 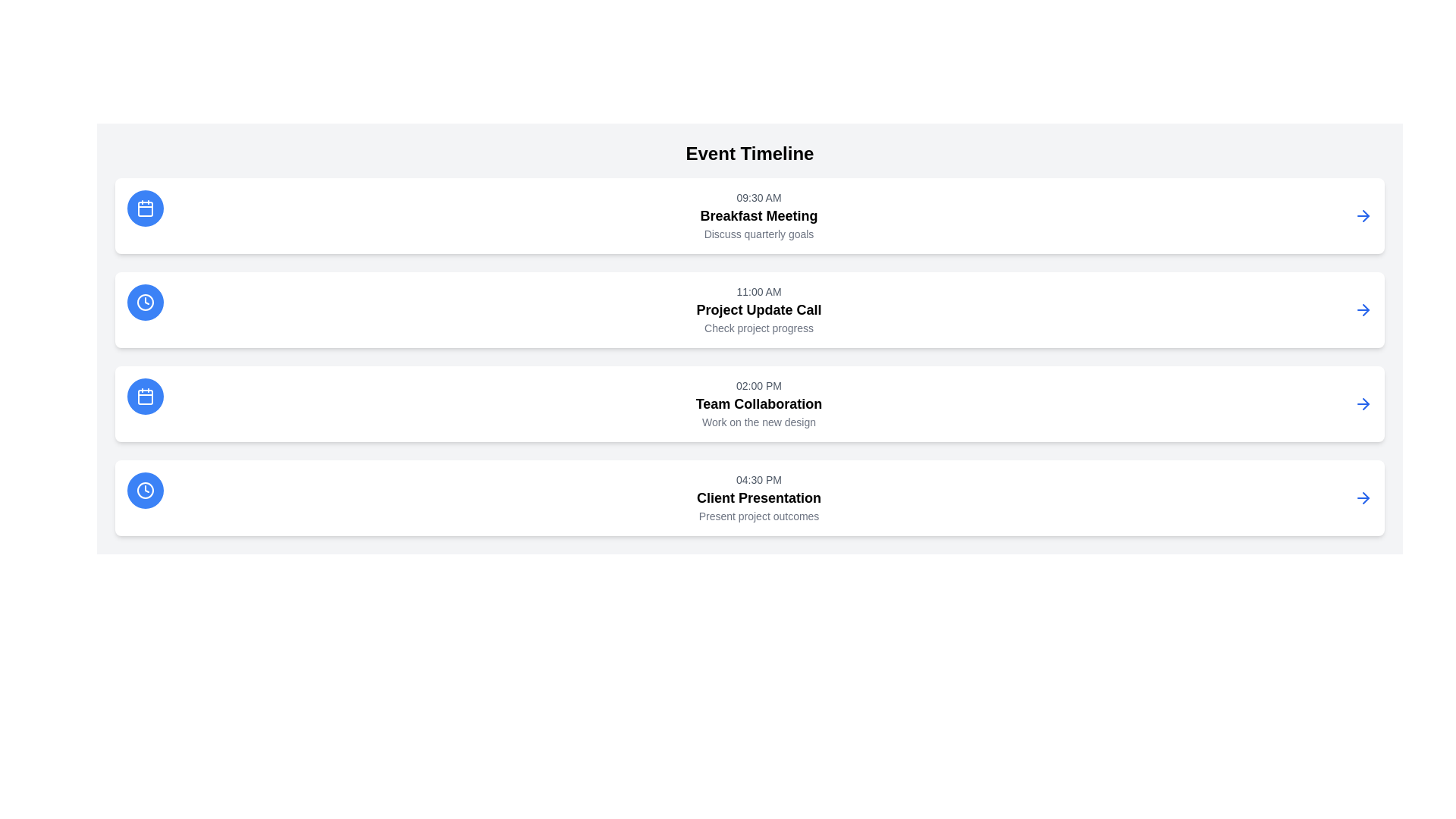 I want to click on the text block that displays the phrase 'Work on the new design', which is located directly below the 'Team Collaboration' text in the event details for the 02:00 PM slot, so click(x=759, y=422).